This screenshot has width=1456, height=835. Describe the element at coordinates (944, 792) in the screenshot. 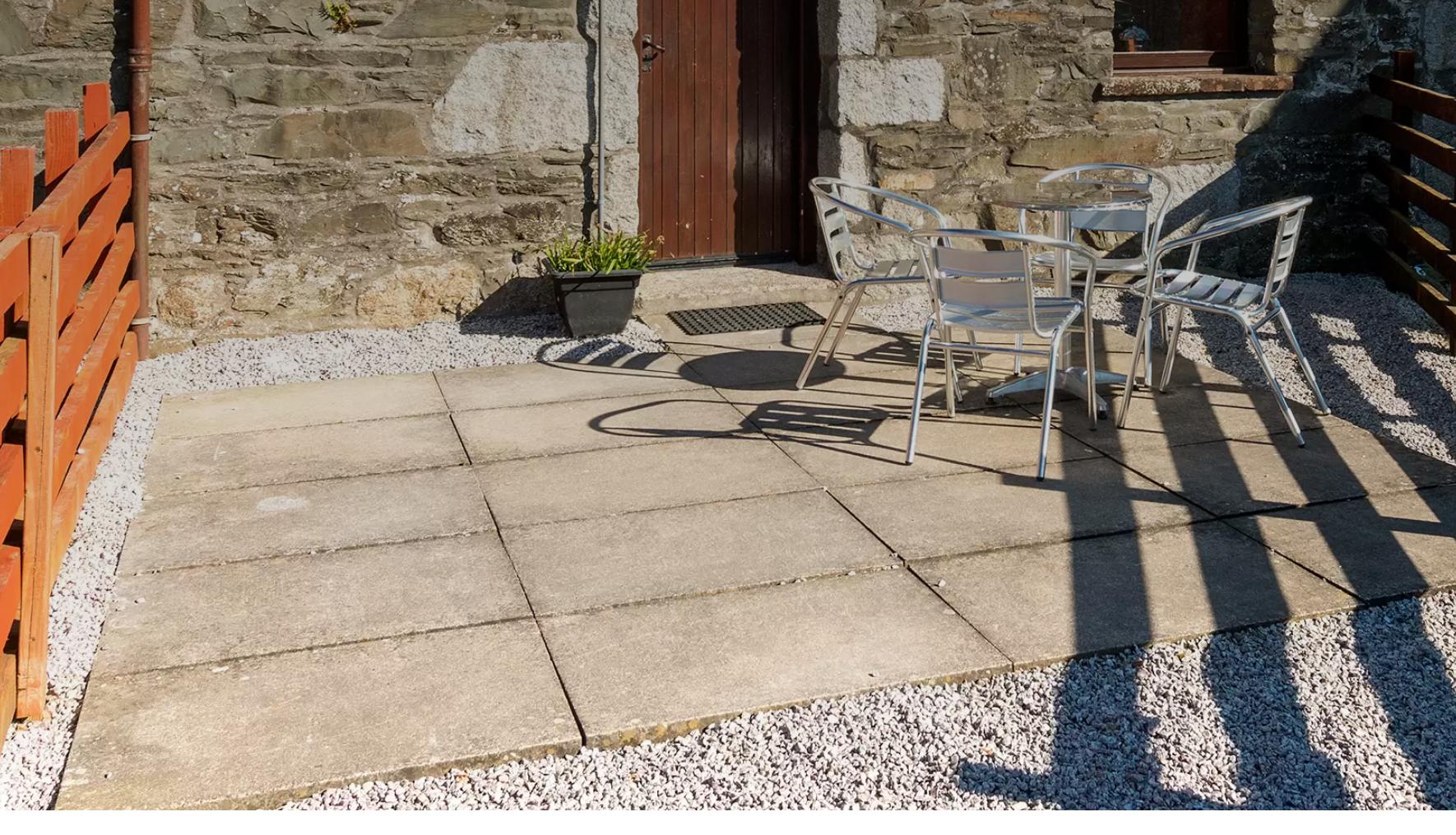

I see `'Configure'` at that location.